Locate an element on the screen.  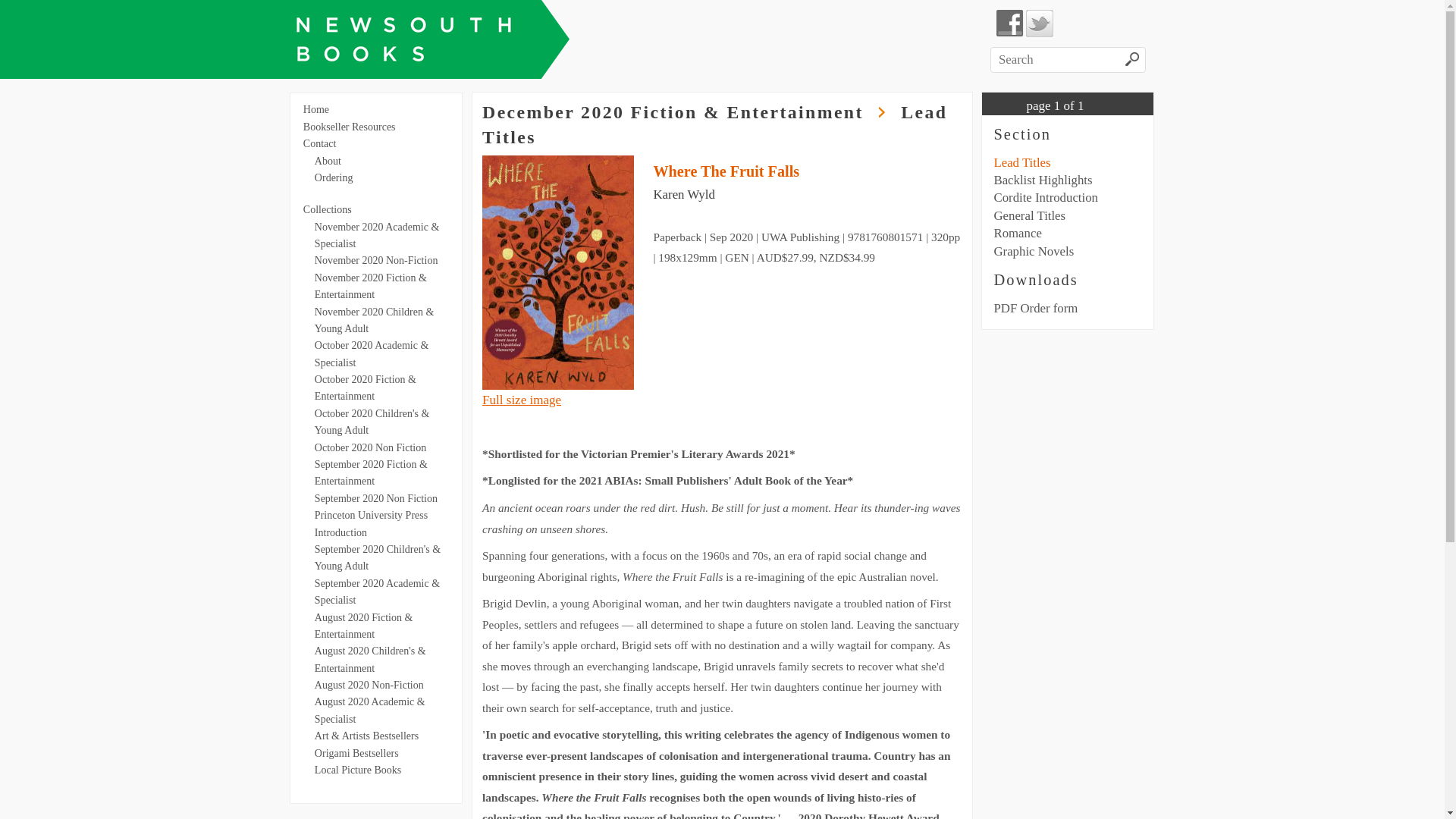
'October 2020 Non Fiction' is located at coordinates (370, 447).